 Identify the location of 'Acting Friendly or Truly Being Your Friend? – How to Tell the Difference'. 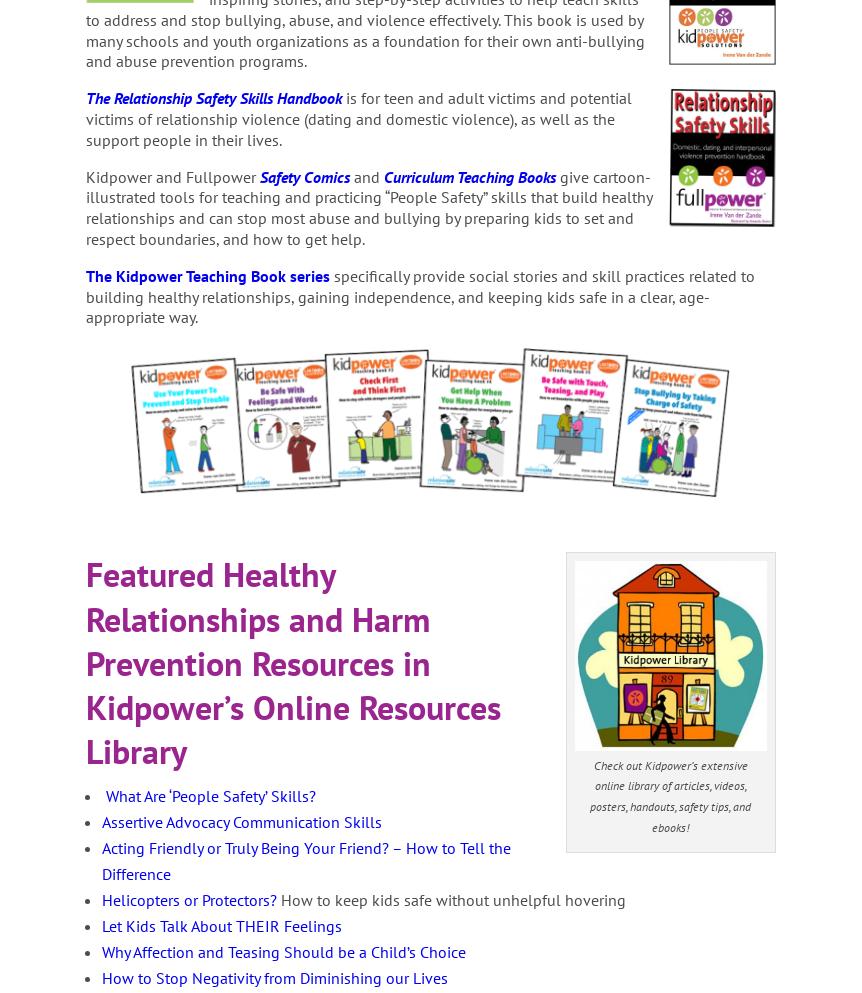
(306, 860).